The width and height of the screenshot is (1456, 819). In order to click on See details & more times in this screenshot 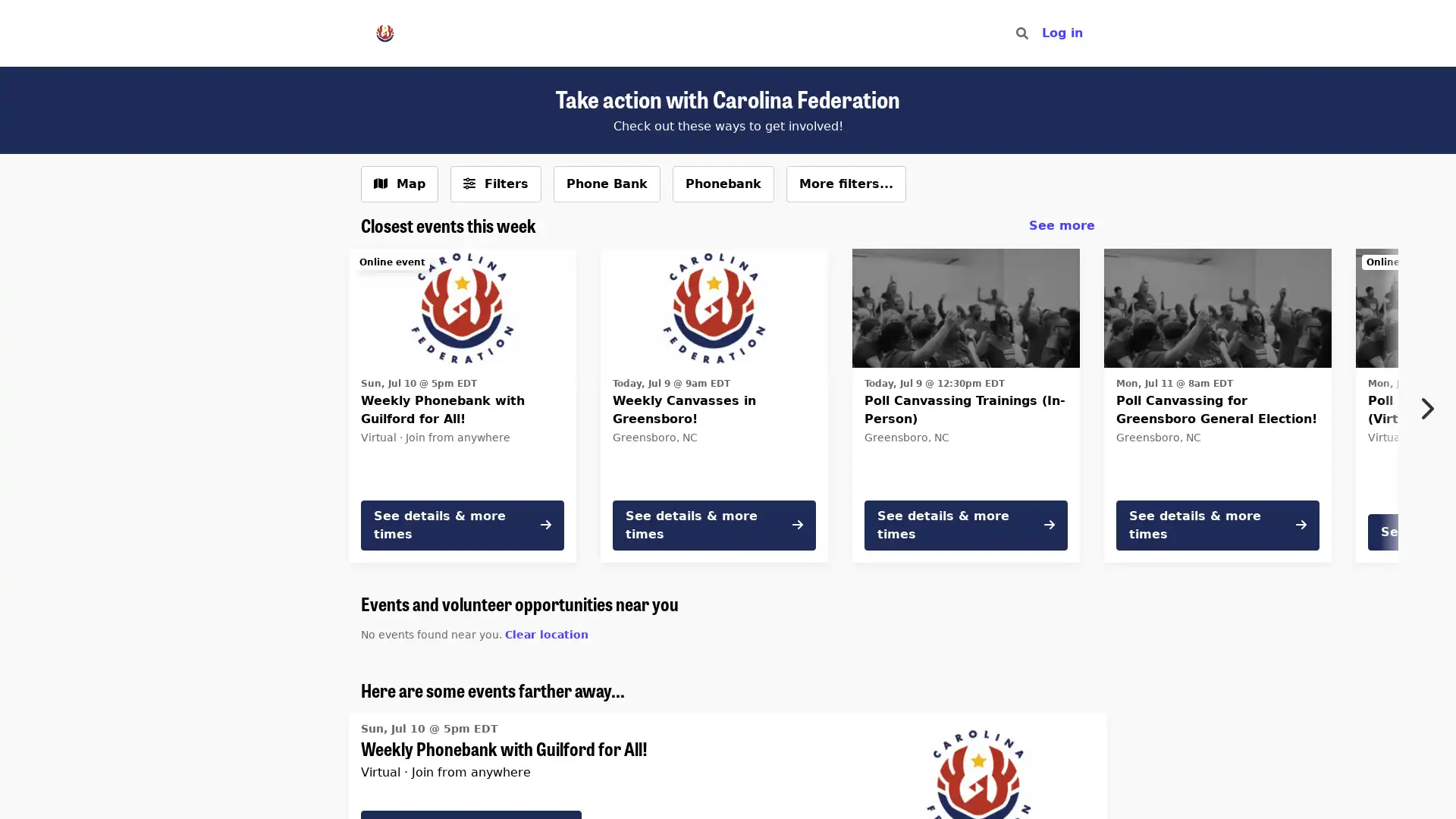, I will do `click(461, 523)`.